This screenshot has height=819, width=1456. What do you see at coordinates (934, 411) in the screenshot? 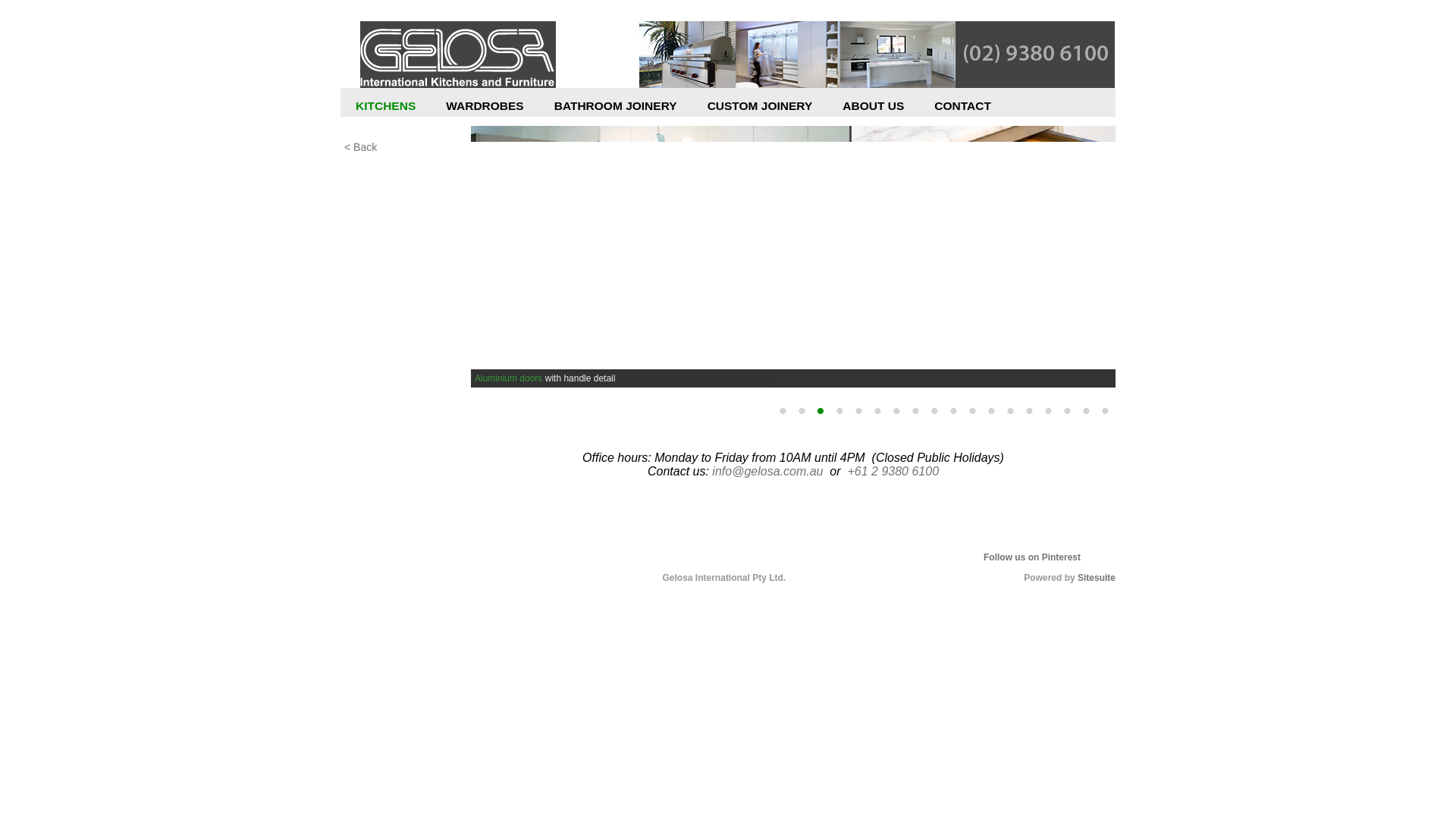
I see `'9'` at bounding box center [934, 411].